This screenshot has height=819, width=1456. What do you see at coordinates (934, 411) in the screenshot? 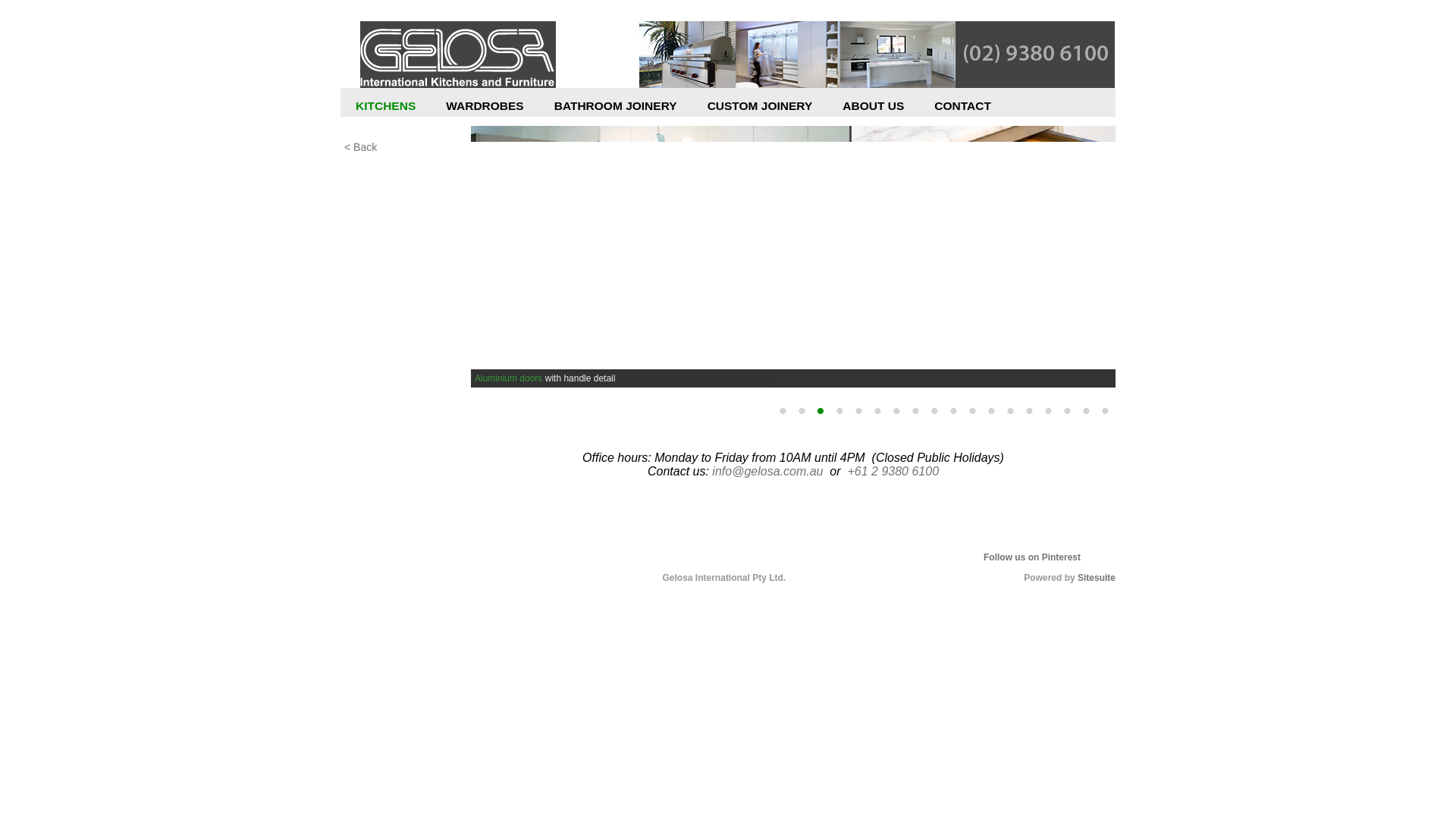
I see `'9'` at bounding box center [934, 411].